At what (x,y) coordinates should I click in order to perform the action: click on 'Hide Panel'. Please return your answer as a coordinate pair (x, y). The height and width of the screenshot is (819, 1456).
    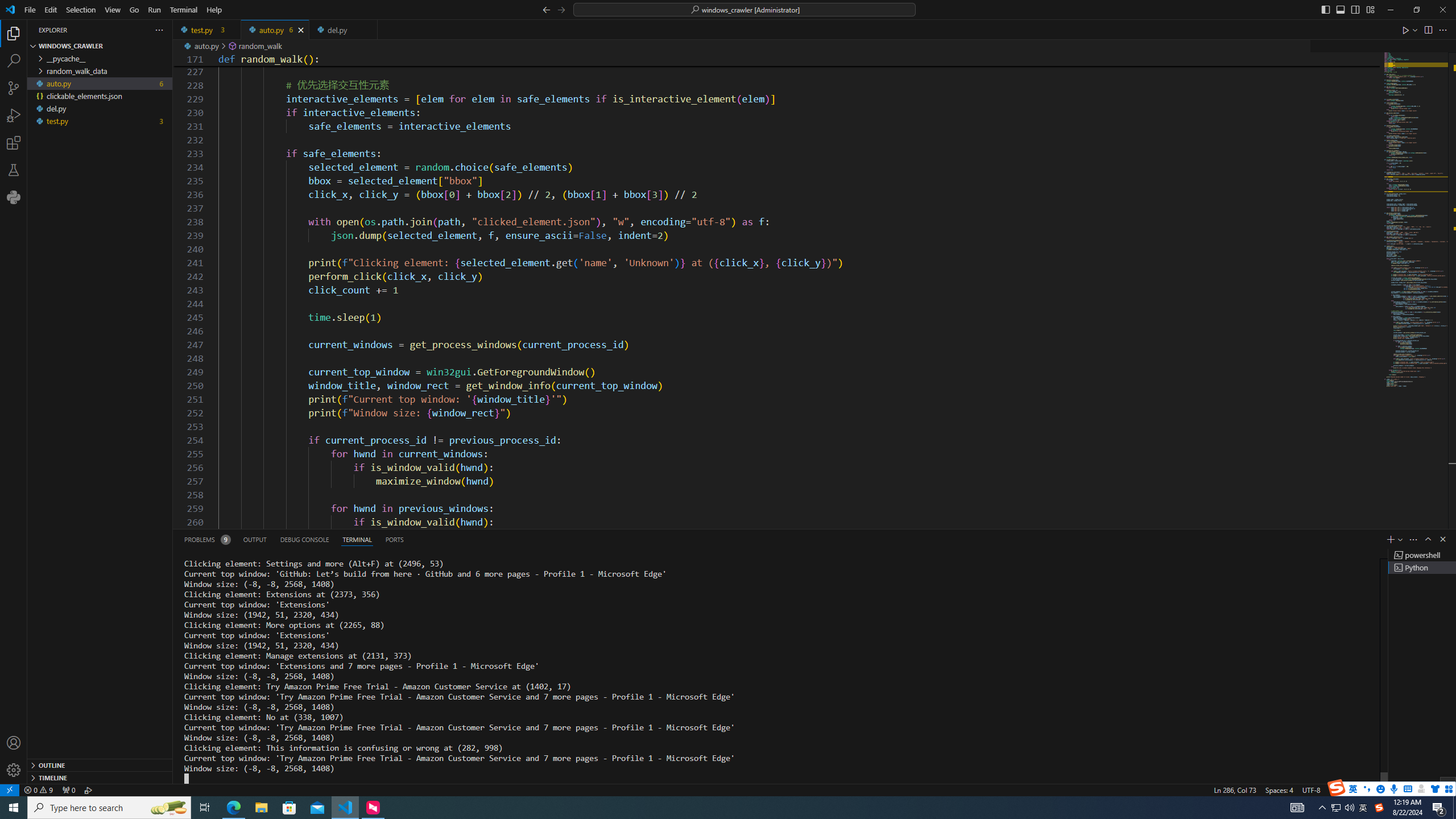
    Looking at the image, I should click on (1442, 539).